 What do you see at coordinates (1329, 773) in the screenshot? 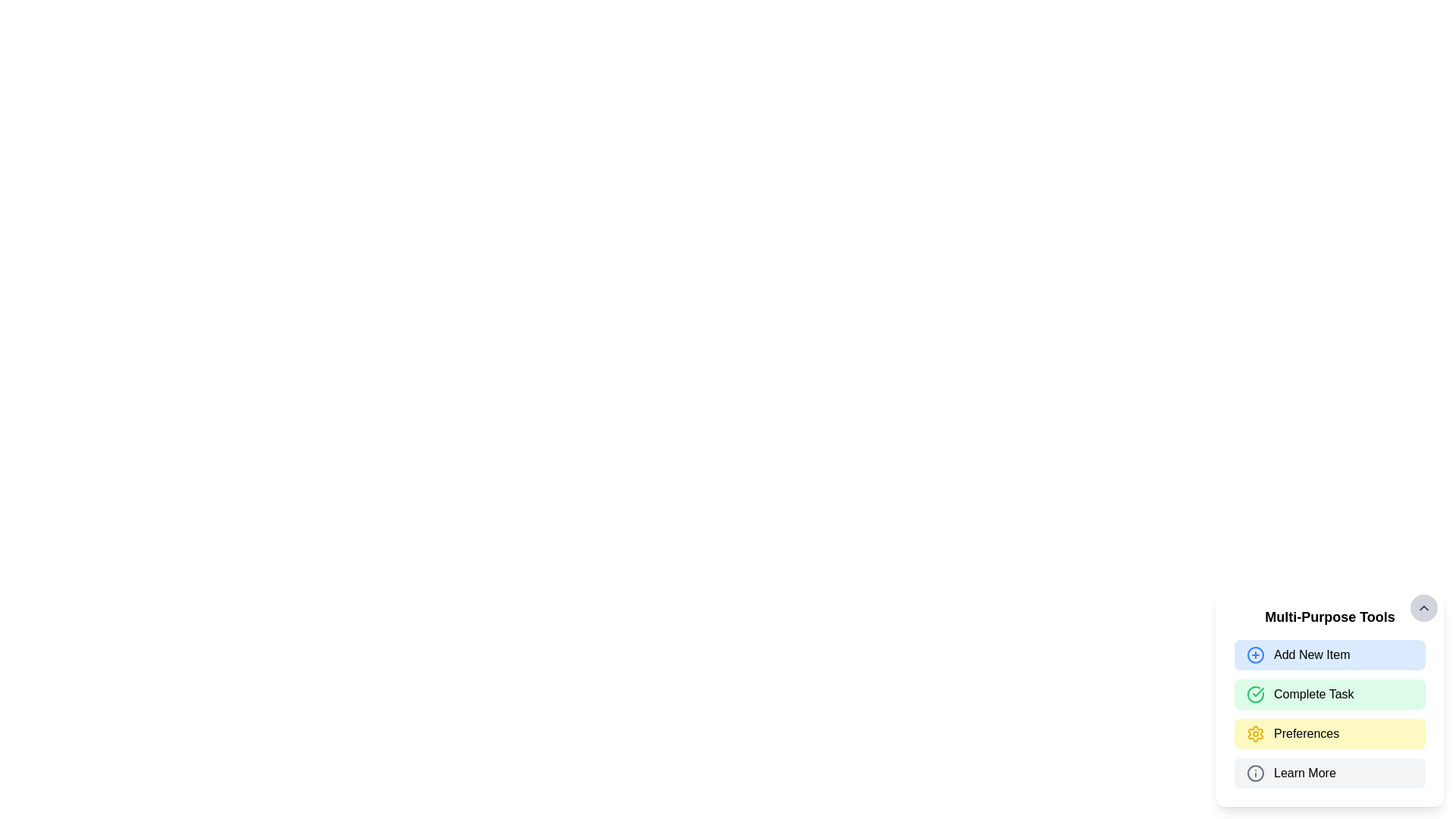
I see `the 'Learn More' button located at the bottom of the 'Multi-Purpose Tools' menu` at bounding box center [1329, 773].